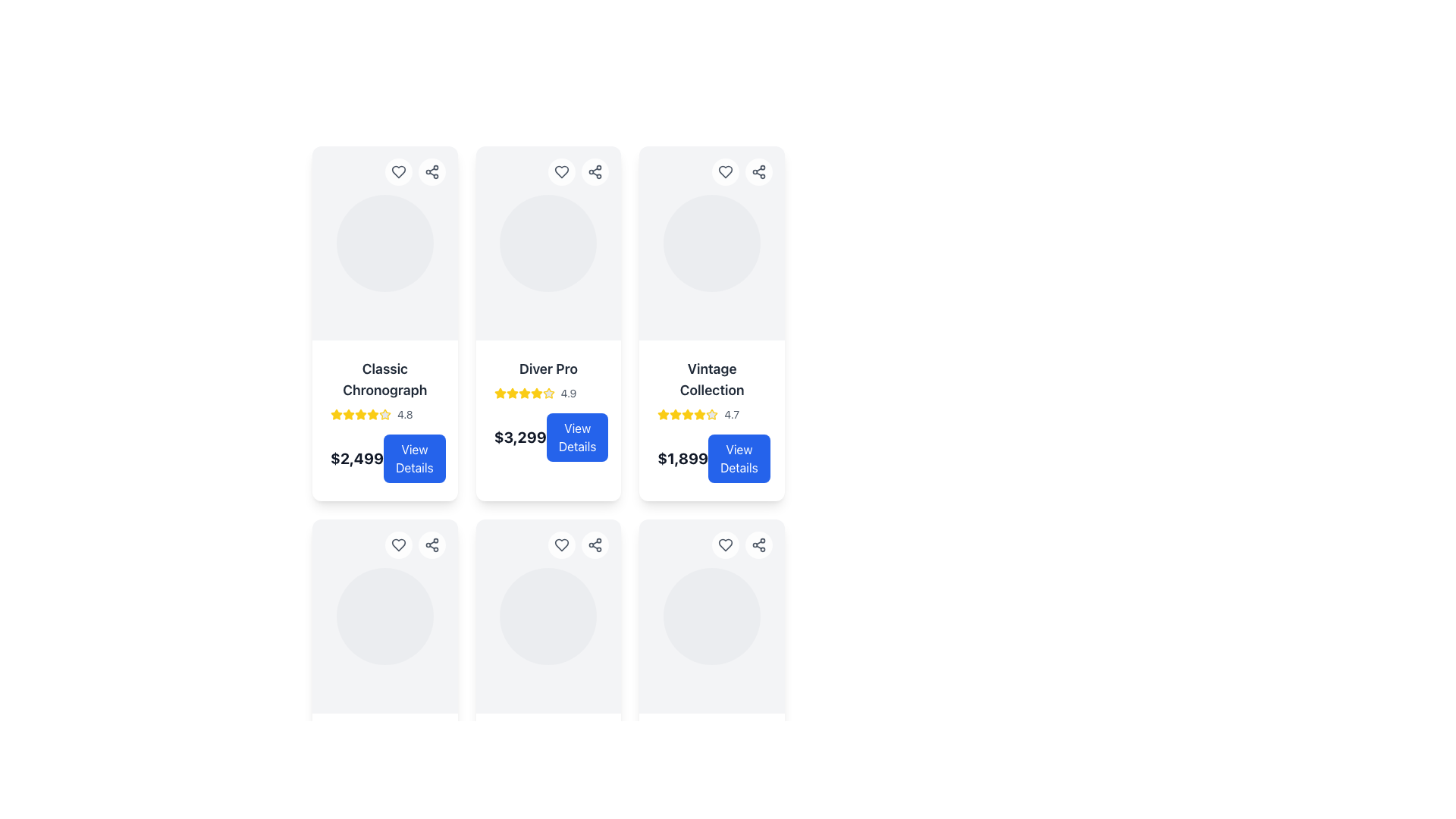 The height and width of the screenshot is (819, 1456). I want to click on the heart-shaped icon outlined in dark gray located in the upper-left region of the middle card in the bottom row to mark an item as favorite, so click(398, 544).